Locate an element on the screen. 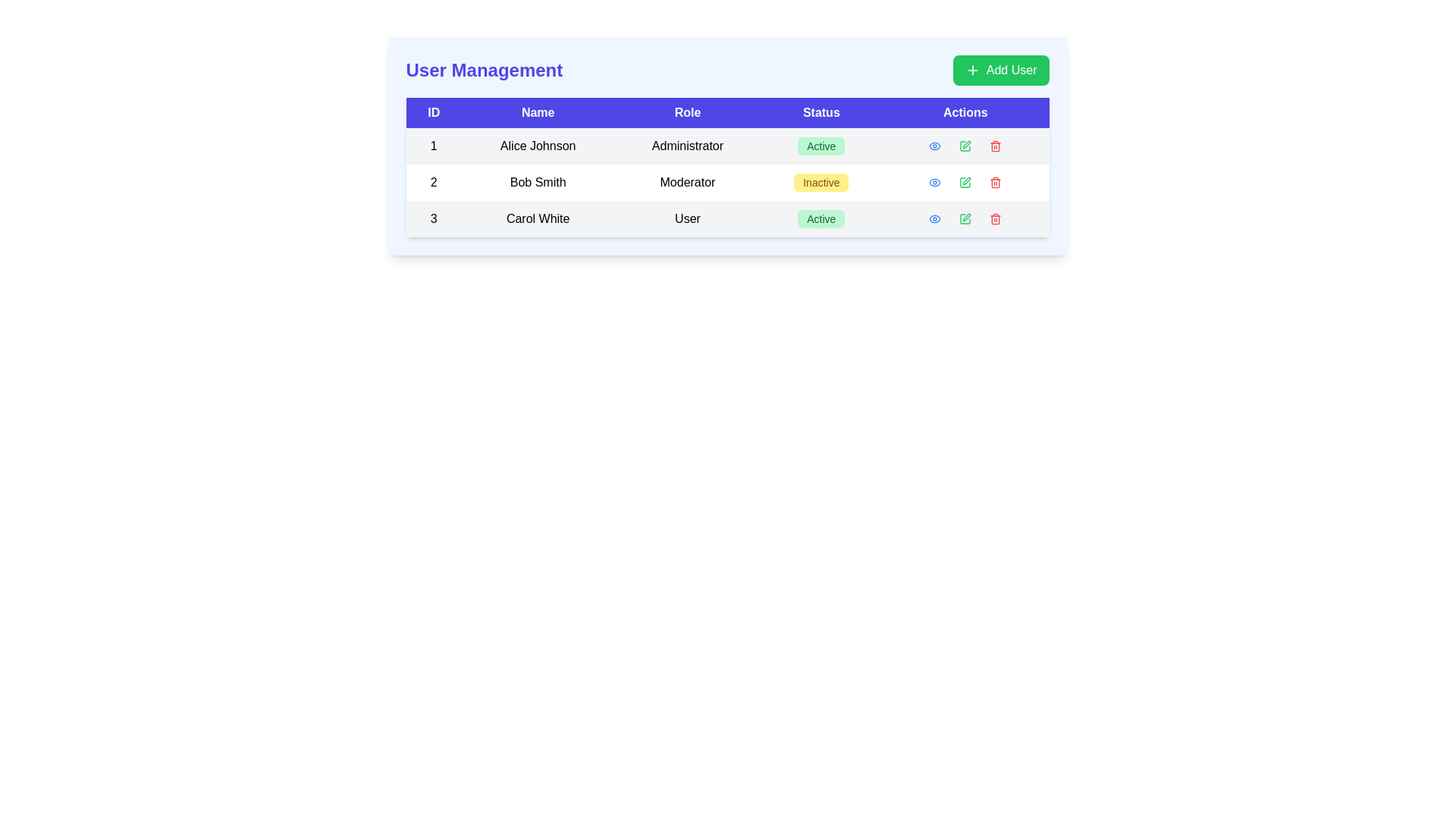 Image resolution: width=1456 pixels, height=819 pixels. the delete button in the Actions column of the user management table is located at coordinates (996, 146).